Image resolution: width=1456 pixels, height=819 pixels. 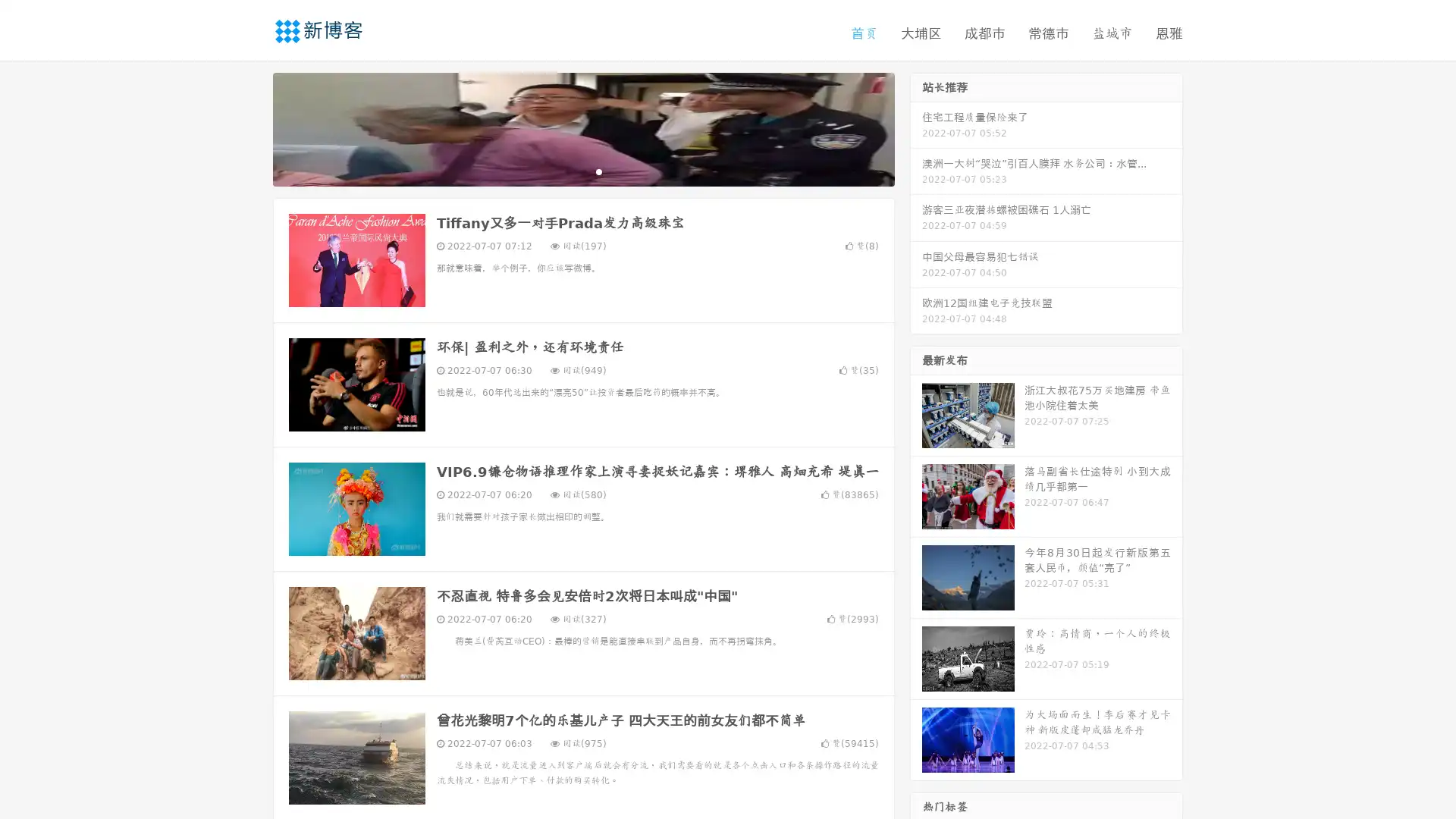 What do you see at coordinates (916, 127) in the screenshot?
I see `Next slide` at bounding box center [916, 127].